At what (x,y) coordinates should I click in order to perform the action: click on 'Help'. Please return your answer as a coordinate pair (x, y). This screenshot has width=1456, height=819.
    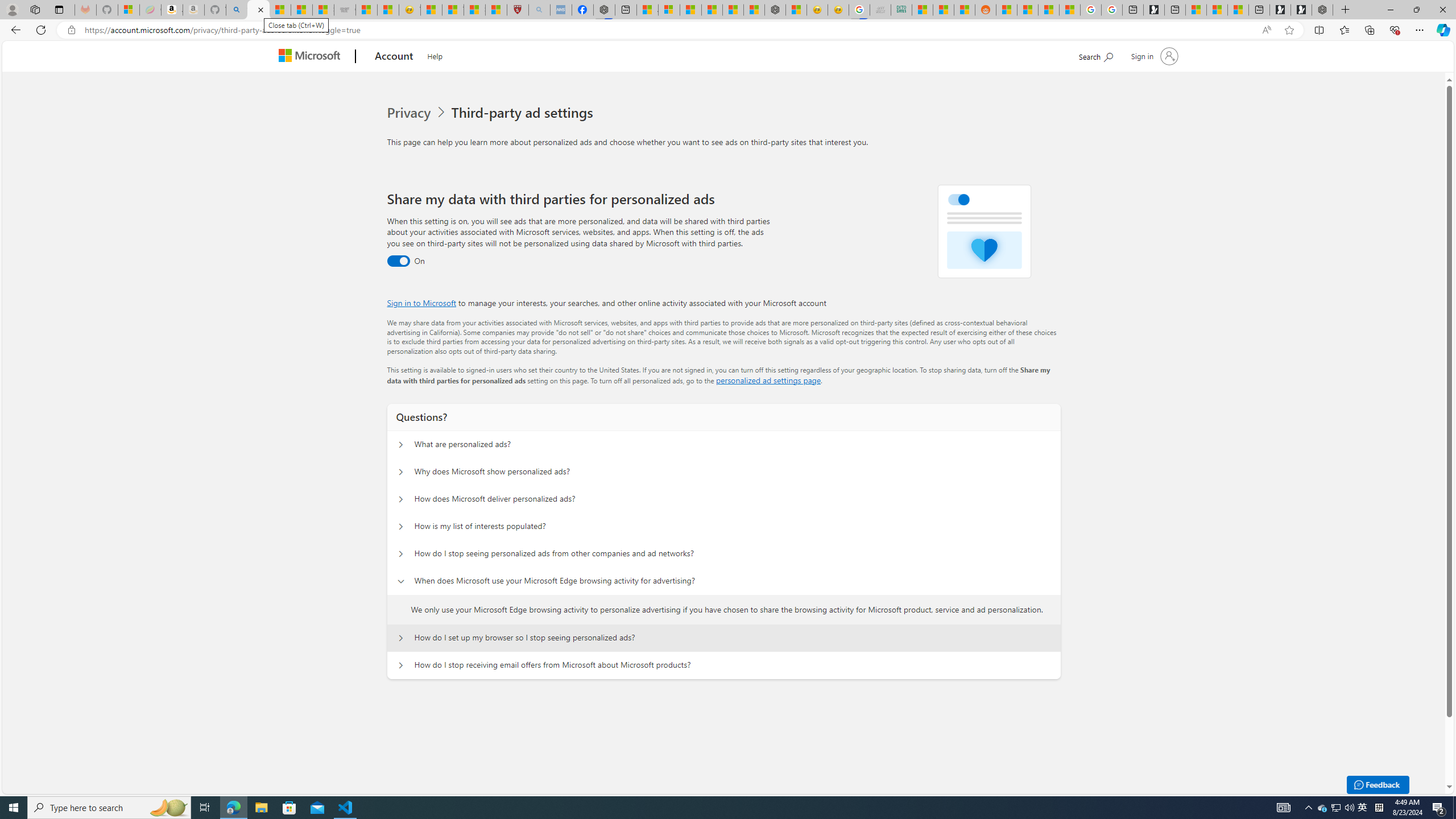
    Looking at the image, I should click on (435, 55).